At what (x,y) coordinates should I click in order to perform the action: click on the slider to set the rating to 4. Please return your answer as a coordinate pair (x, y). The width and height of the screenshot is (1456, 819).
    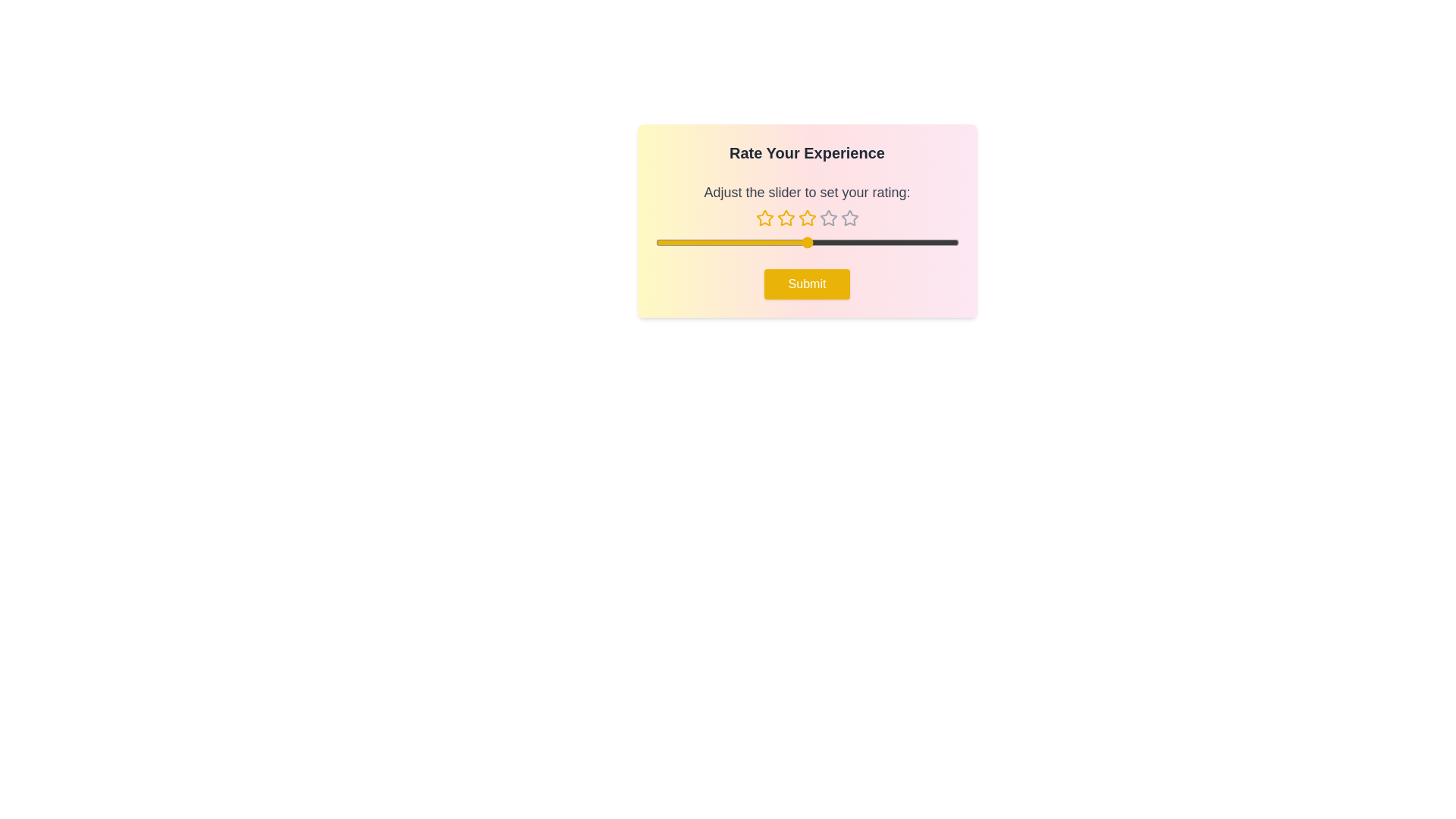
    Looking at the image, I should click on (883, 242).